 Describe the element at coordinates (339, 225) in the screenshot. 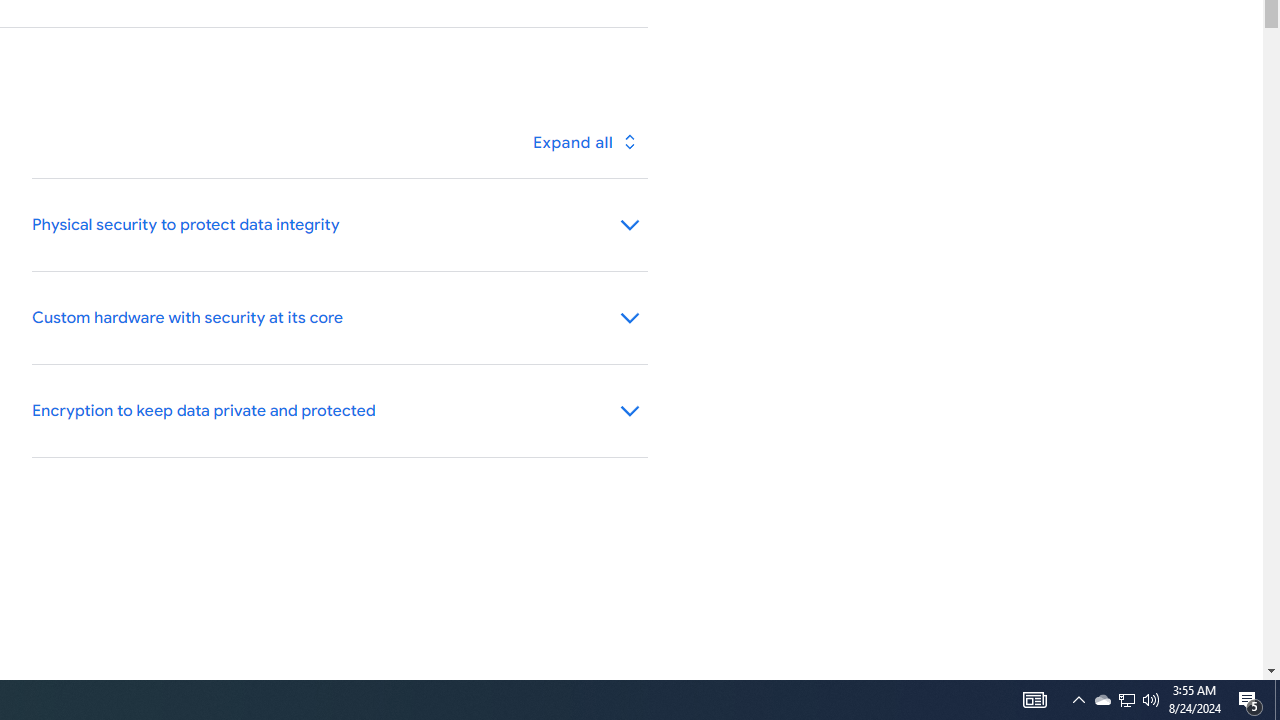

I see `'Physical security to protect data integrity'` at that location.